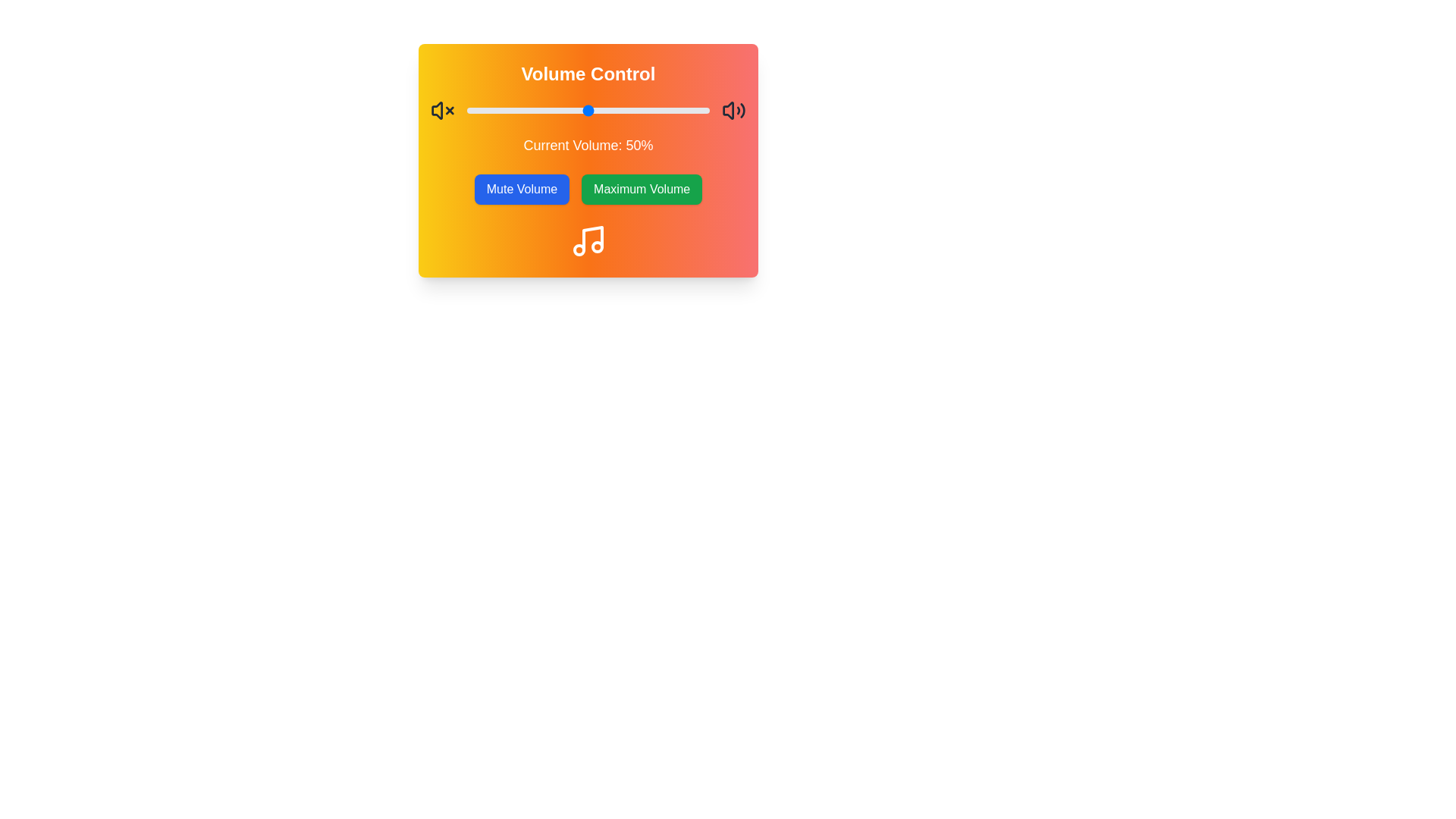 This screenshot has height=819, width=1456. I want to click on the volume slider to 52%, so click(592, 110).